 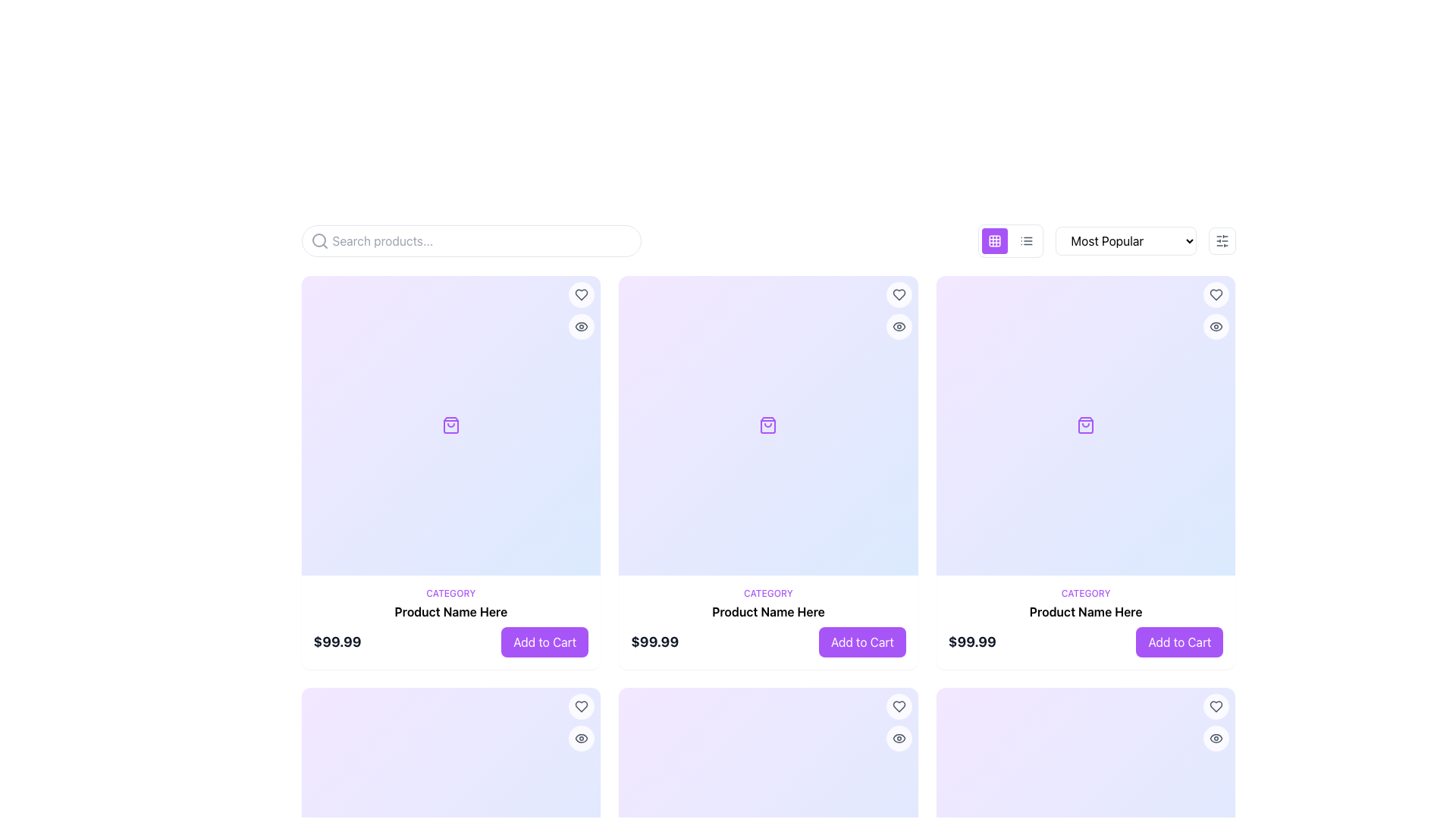 I want to click on the favorite button located in the top right corner of the second item in the second row of the grid layout, so click(x=899, y=706).